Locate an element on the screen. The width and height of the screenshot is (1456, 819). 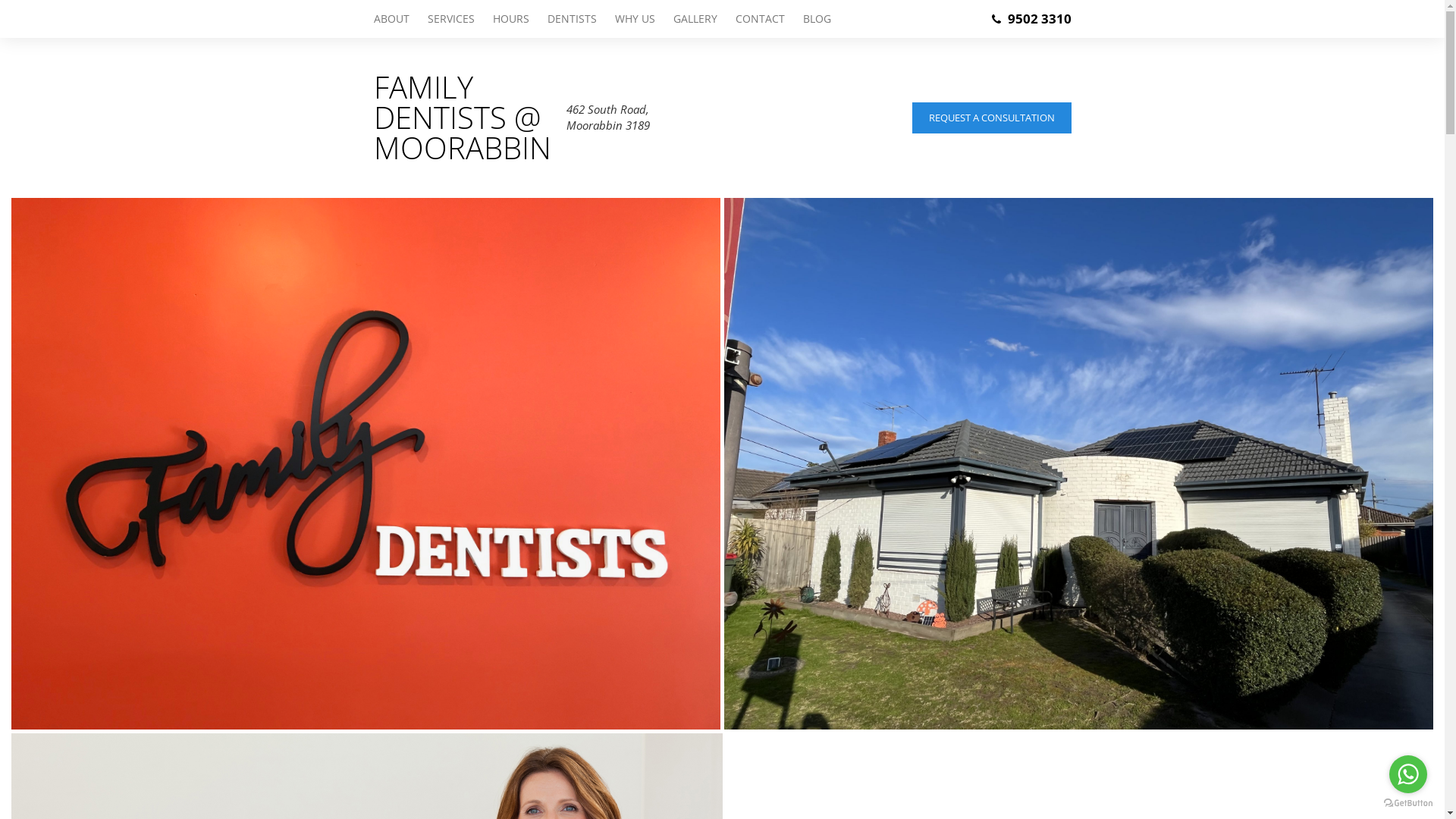
'BLOG' is located at coordinates (811, 18).